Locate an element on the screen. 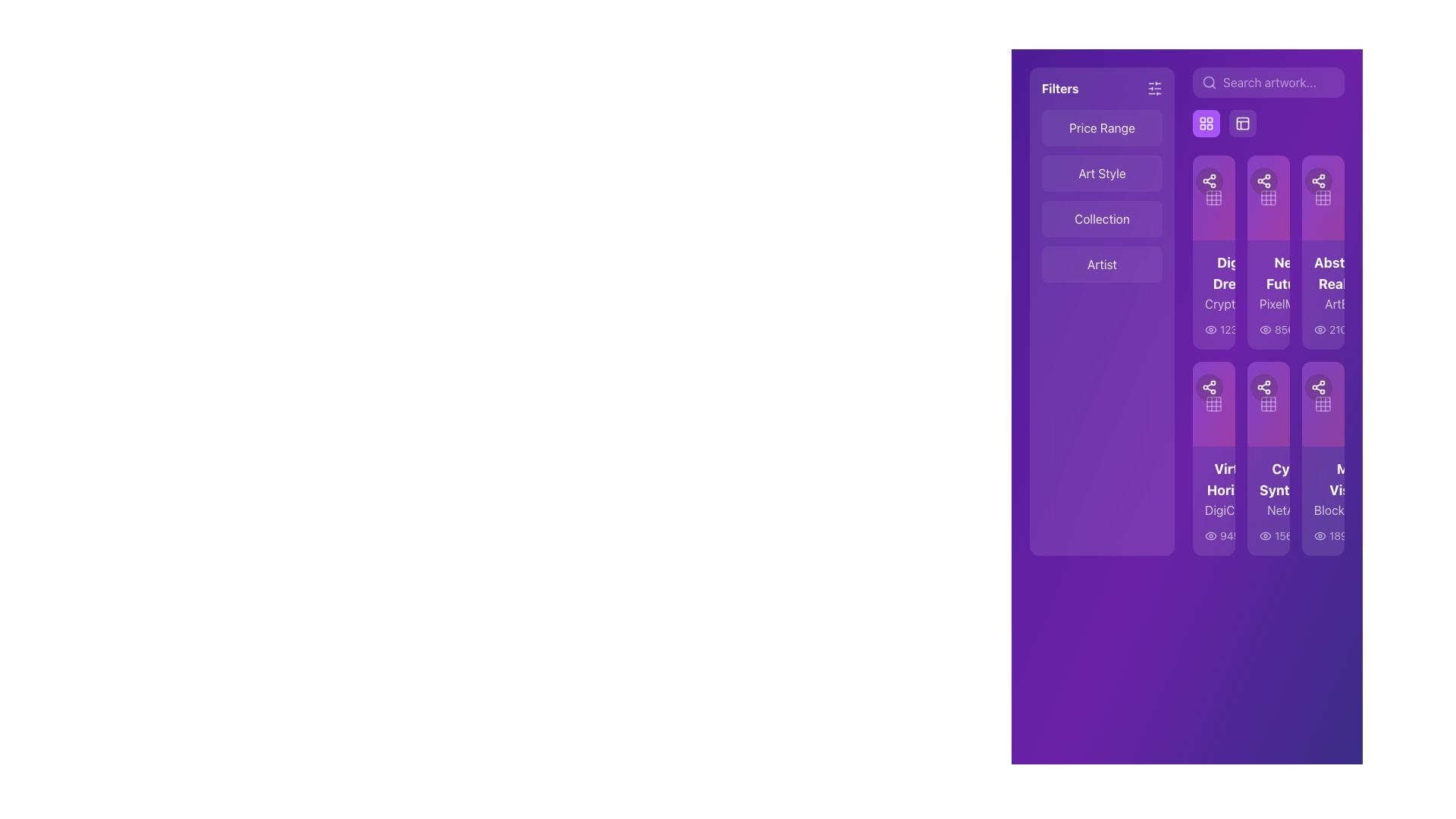  the icon button that resembles nodes and links, symbolizing sharing, which is displayed in white within a circular button on a translucent black background is located at coordinates (1317, 180).